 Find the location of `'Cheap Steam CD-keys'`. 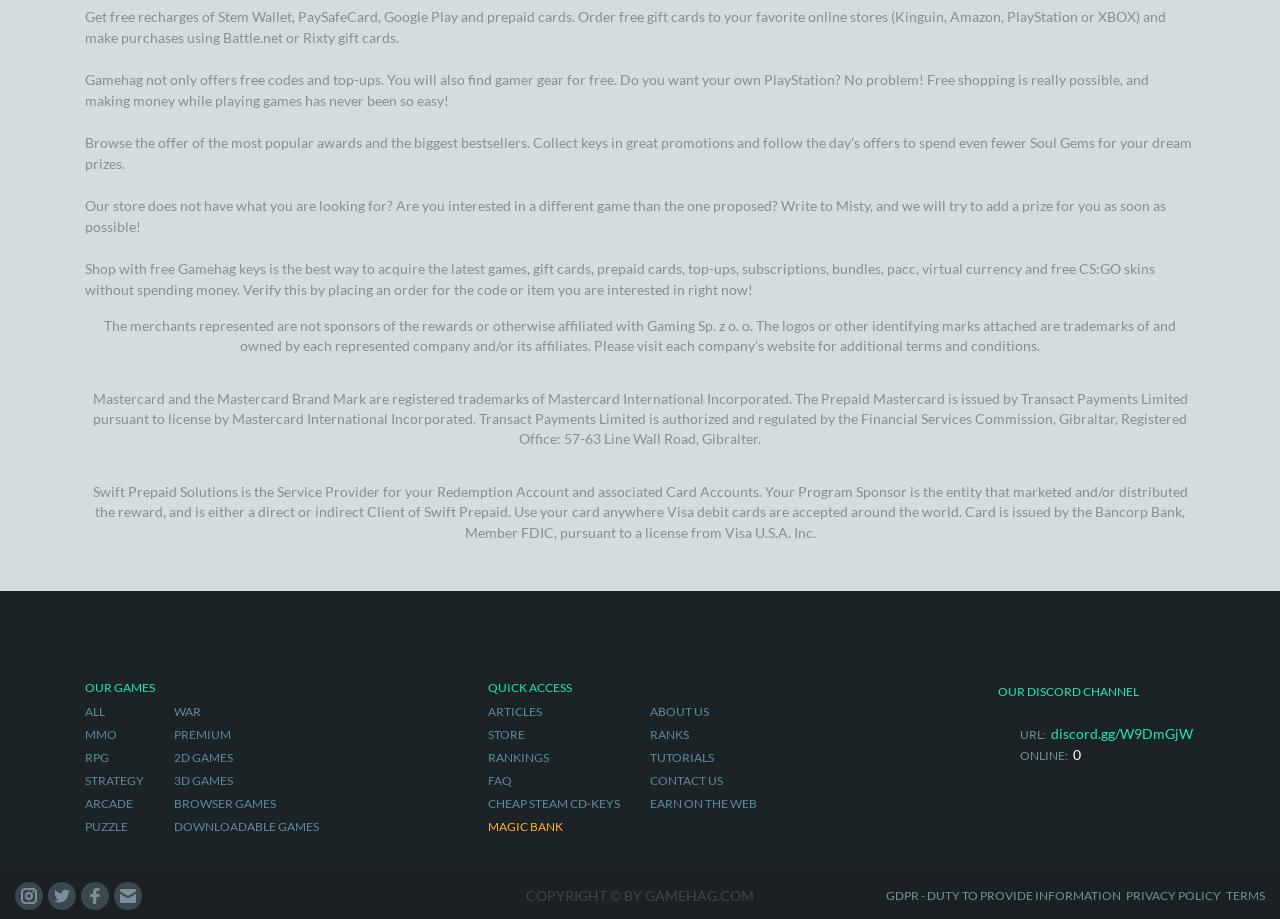

'Cheap Steam CD-keys' is located at coordinates (552, 275).